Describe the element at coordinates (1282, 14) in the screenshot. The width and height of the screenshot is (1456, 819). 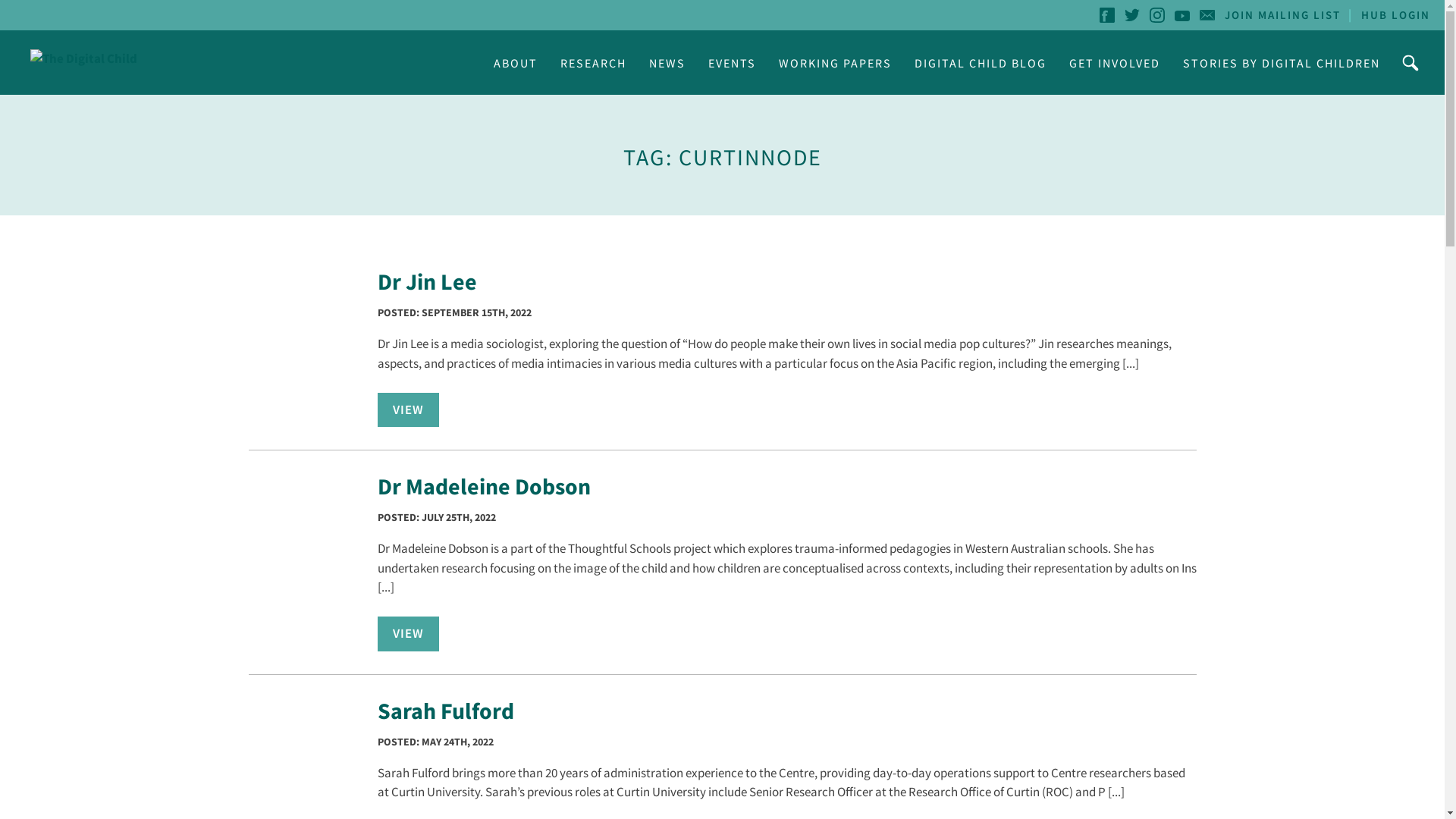
I see `'JOIN MAILING LIST'` at that location.